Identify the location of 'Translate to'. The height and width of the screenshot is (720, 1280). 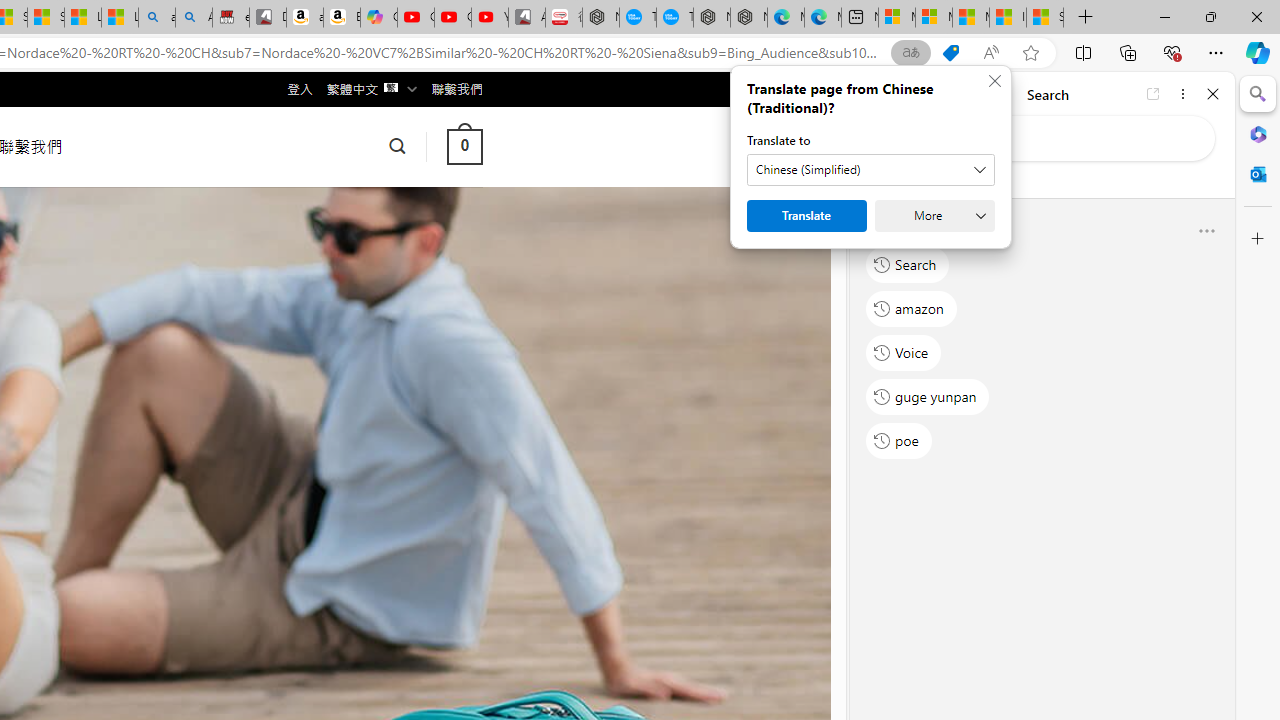
(871, 168).